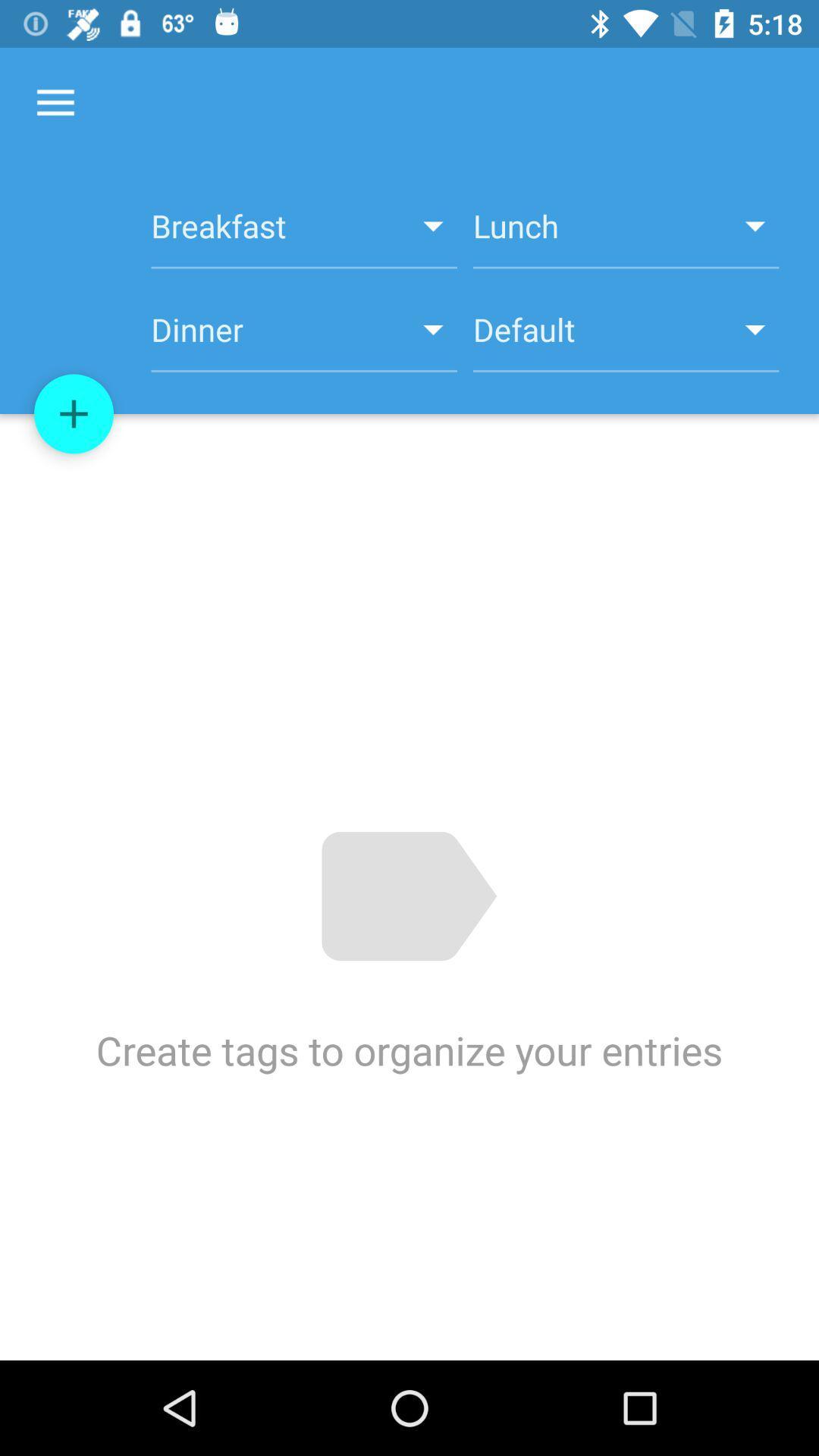 This screenshot has height=1456, width=819. I want to click on meal, so click(74, 414).